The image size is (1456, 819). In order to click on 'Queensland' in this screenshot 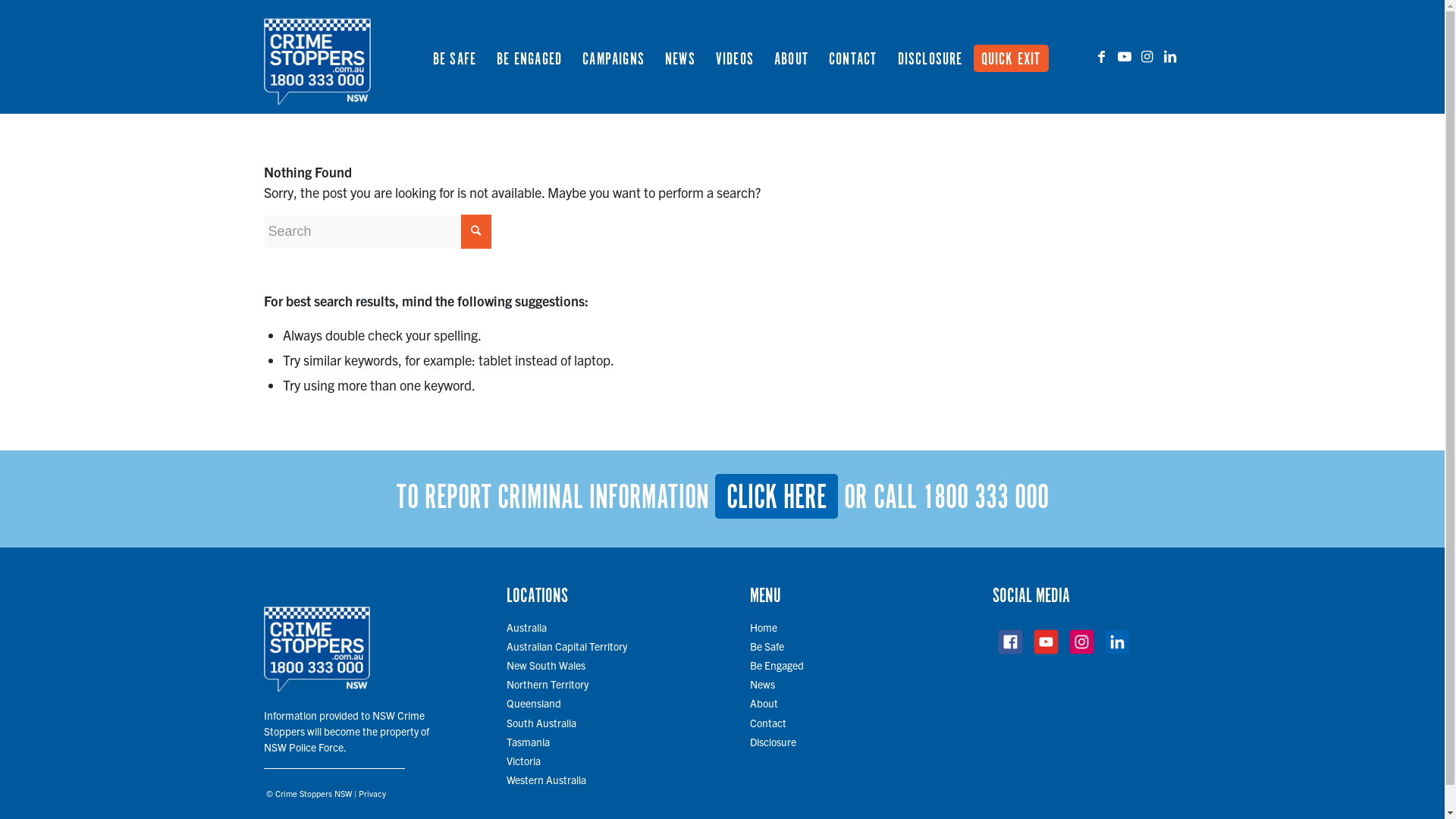, I will do `click(534, 702)`.